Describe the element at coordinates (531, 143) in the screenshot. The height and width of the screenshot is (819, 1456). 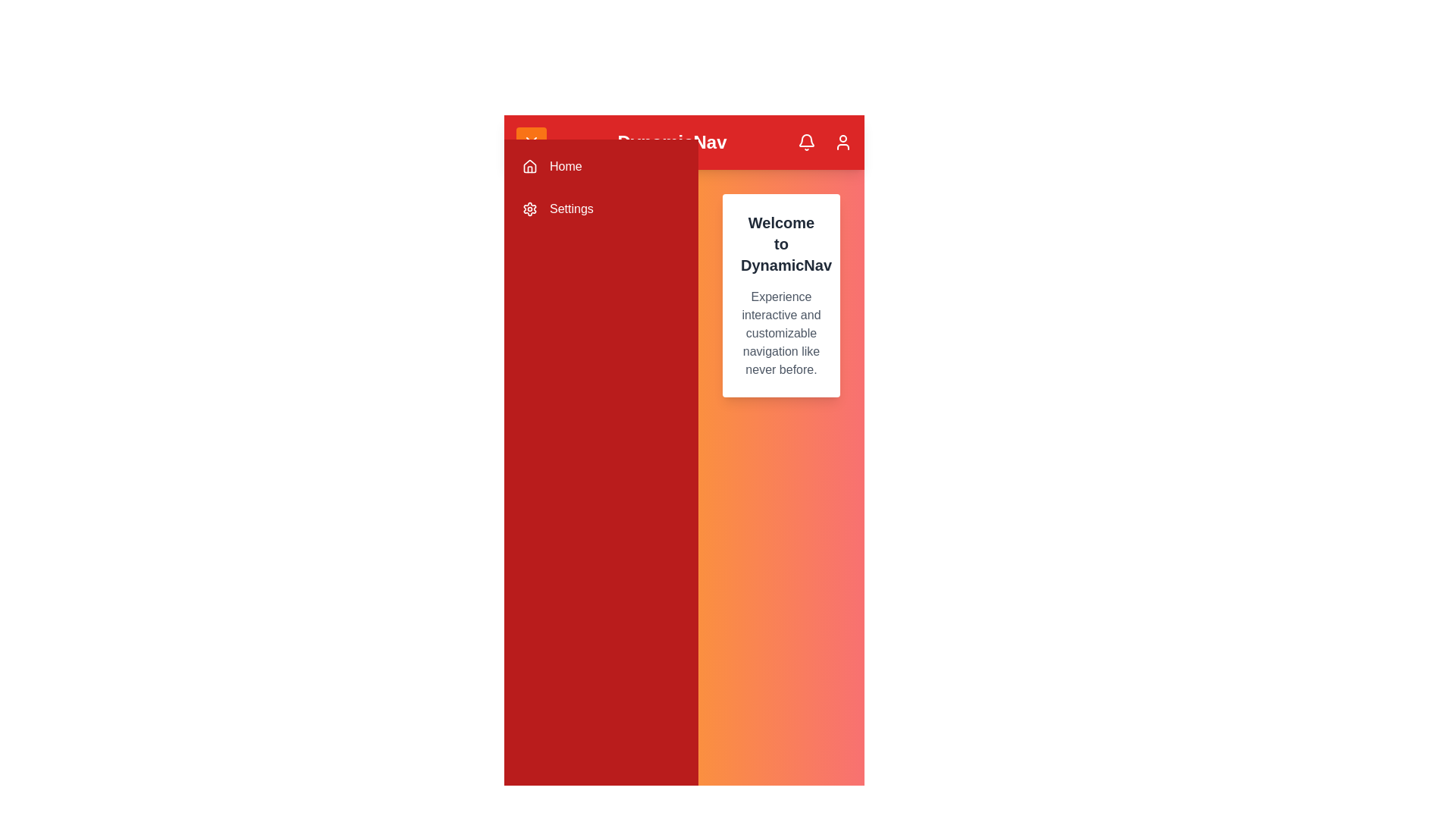
I see `toggle button to change the navigation drawer visibility` at that location.